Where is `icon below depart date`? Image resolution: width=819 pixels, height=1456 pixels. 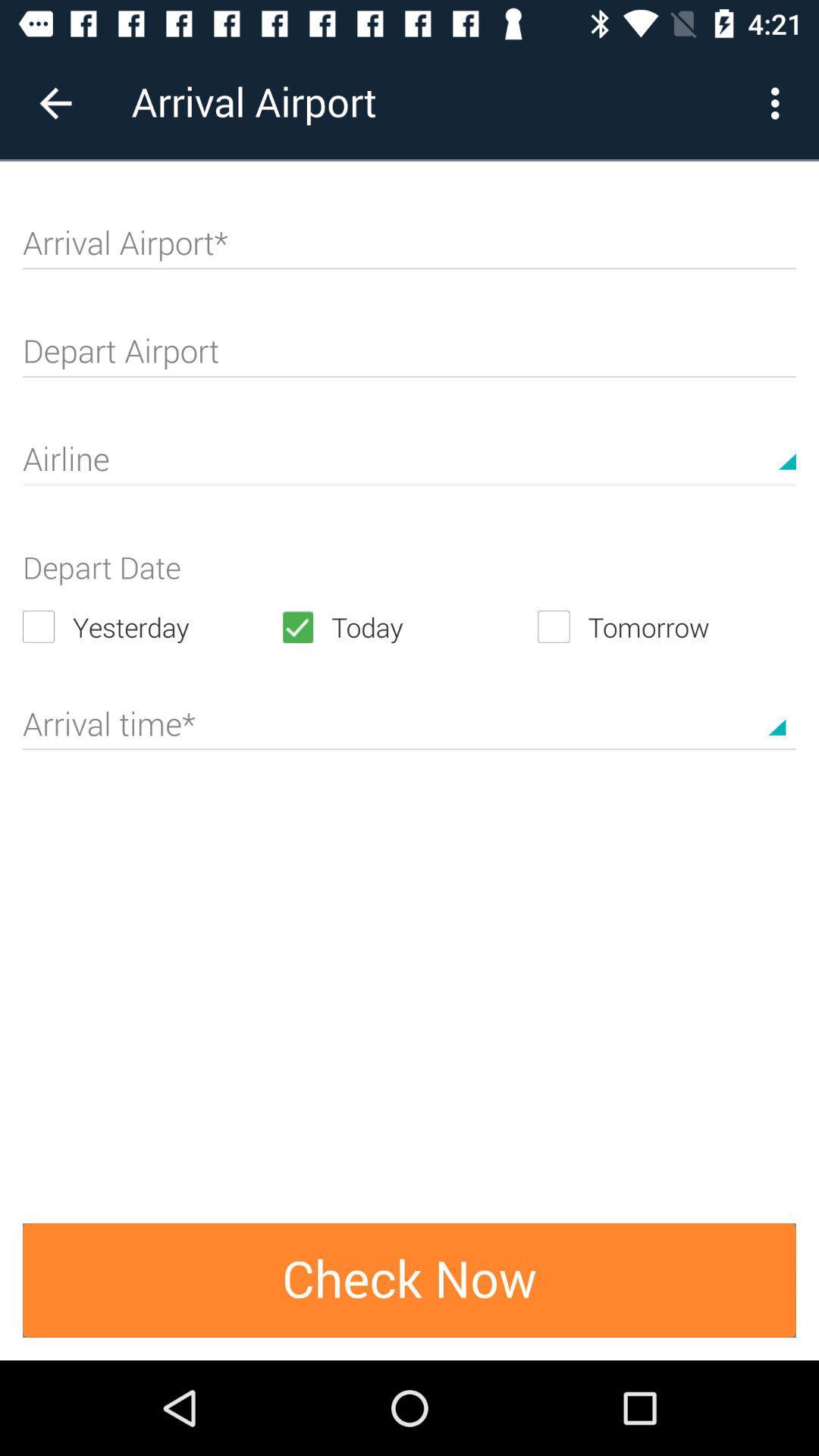 icon below depart date is located at coordinates (151, 626).